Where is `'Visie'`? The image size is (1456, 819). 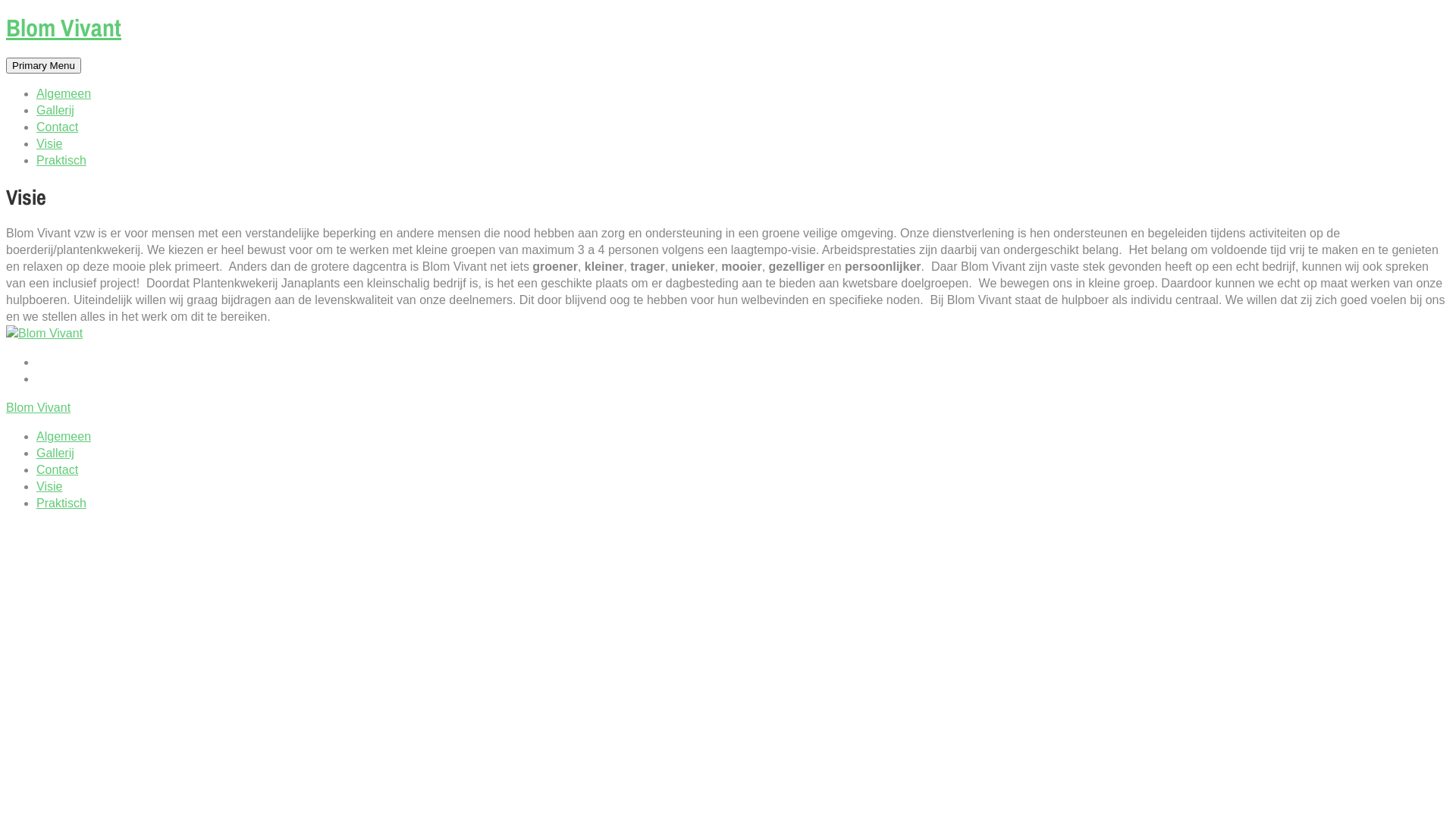 'Visie' is located at coordinates (36, 143).